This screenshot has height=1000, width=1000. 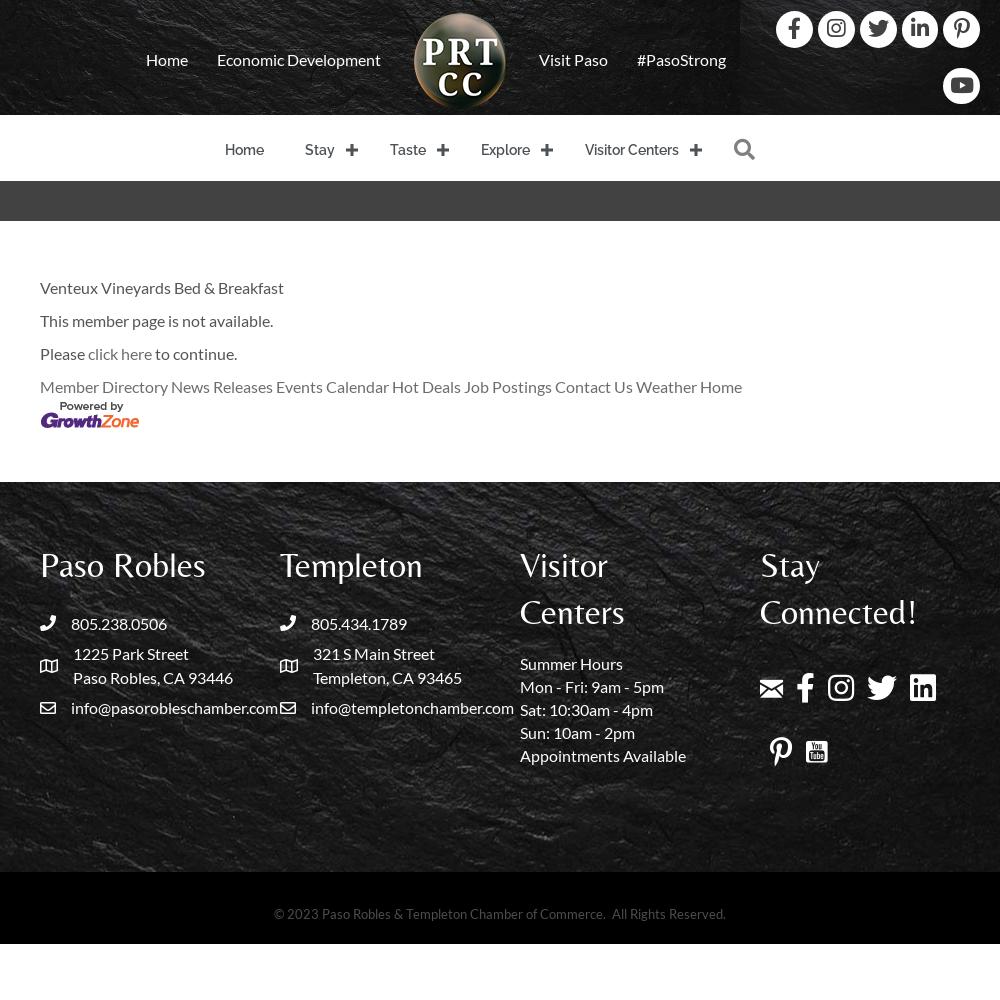 What do you see at coordinates (837, 587) in the screenshot?
I see `'Stay Connected!'` at bounding box center [837, 587].